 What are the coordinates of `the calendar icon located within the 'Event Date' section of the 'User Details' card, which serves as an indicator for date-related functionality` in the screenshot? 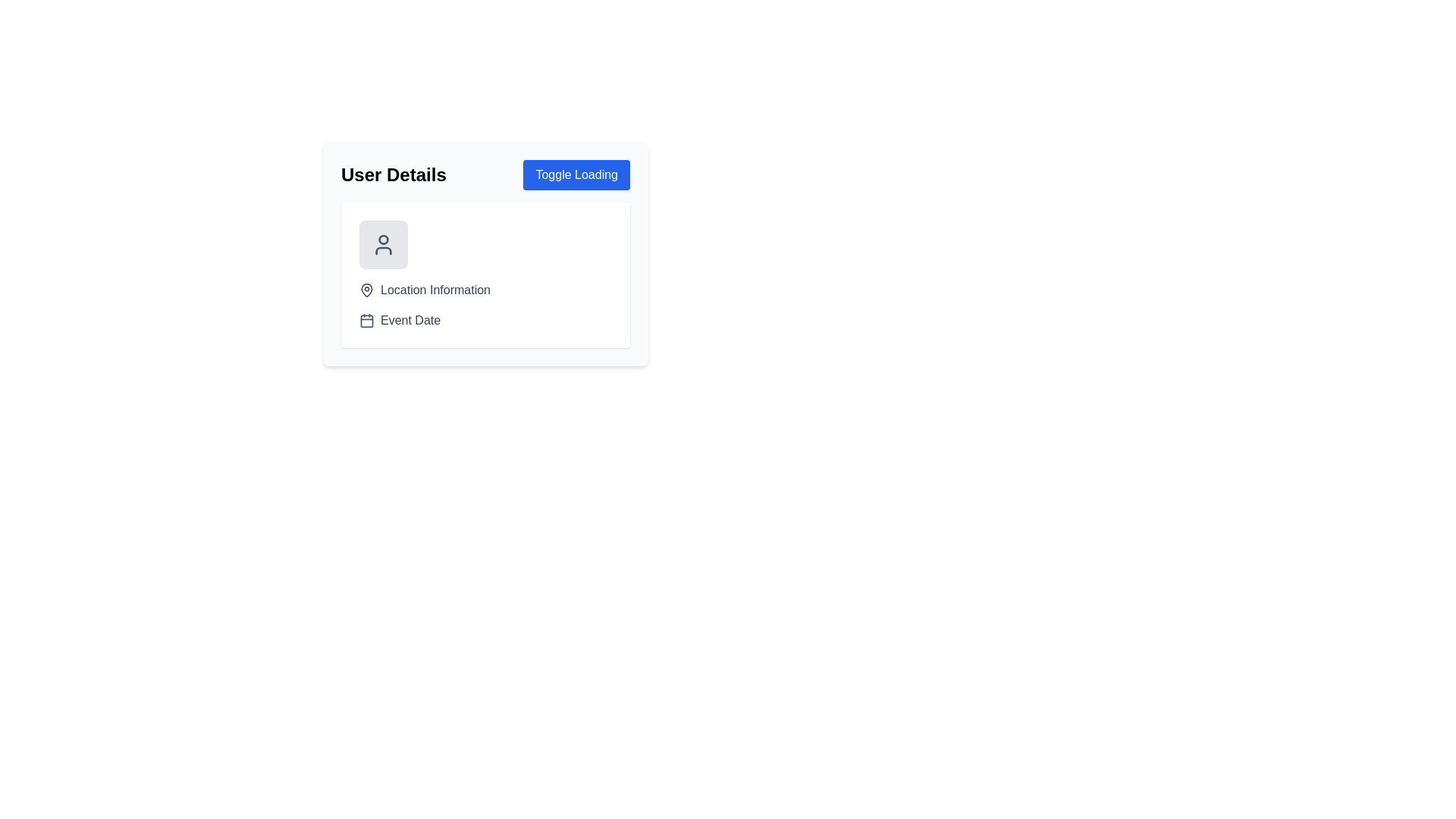 It's located at (367, 320).